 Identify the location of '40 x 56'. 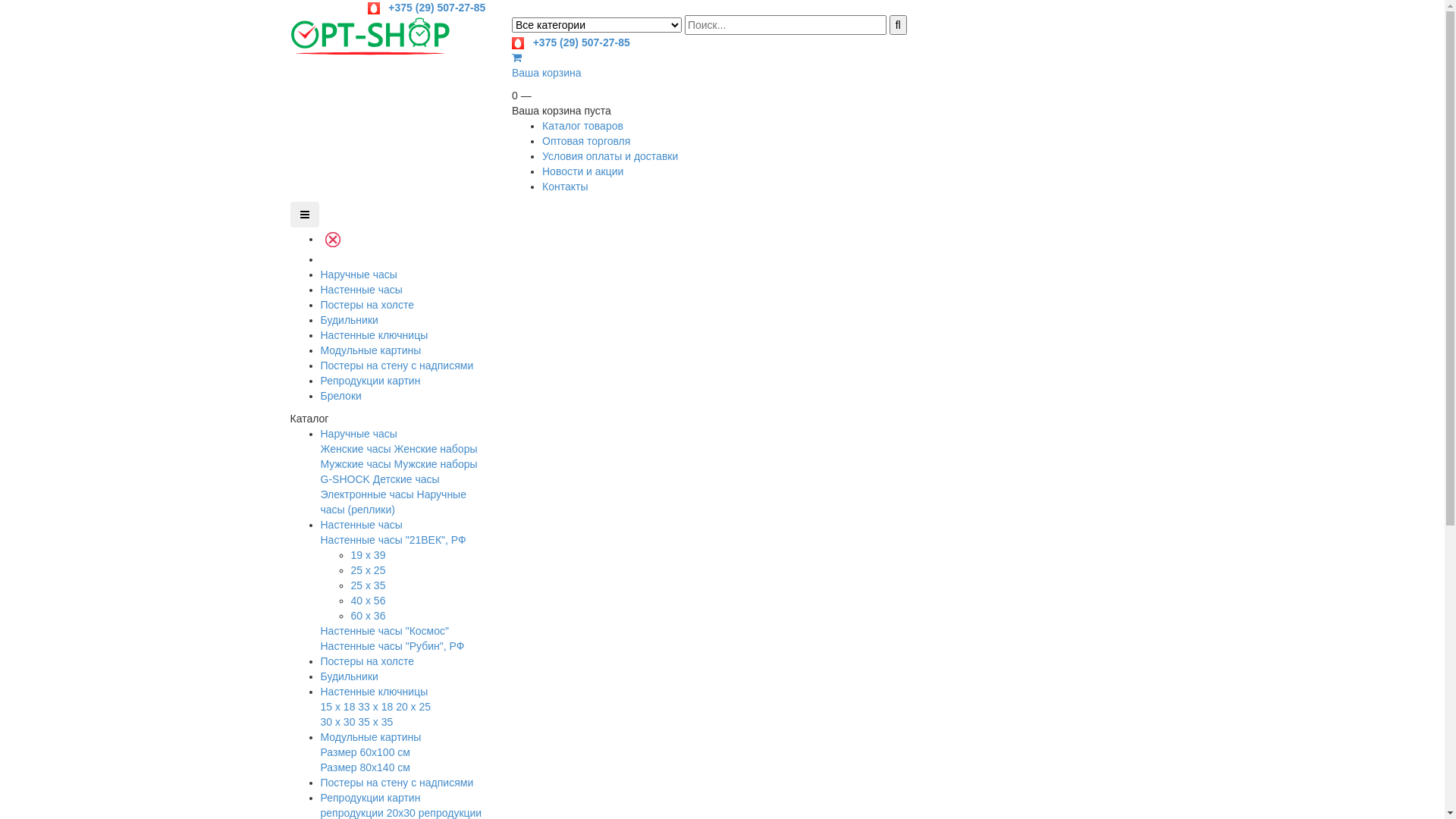
(367, 599).